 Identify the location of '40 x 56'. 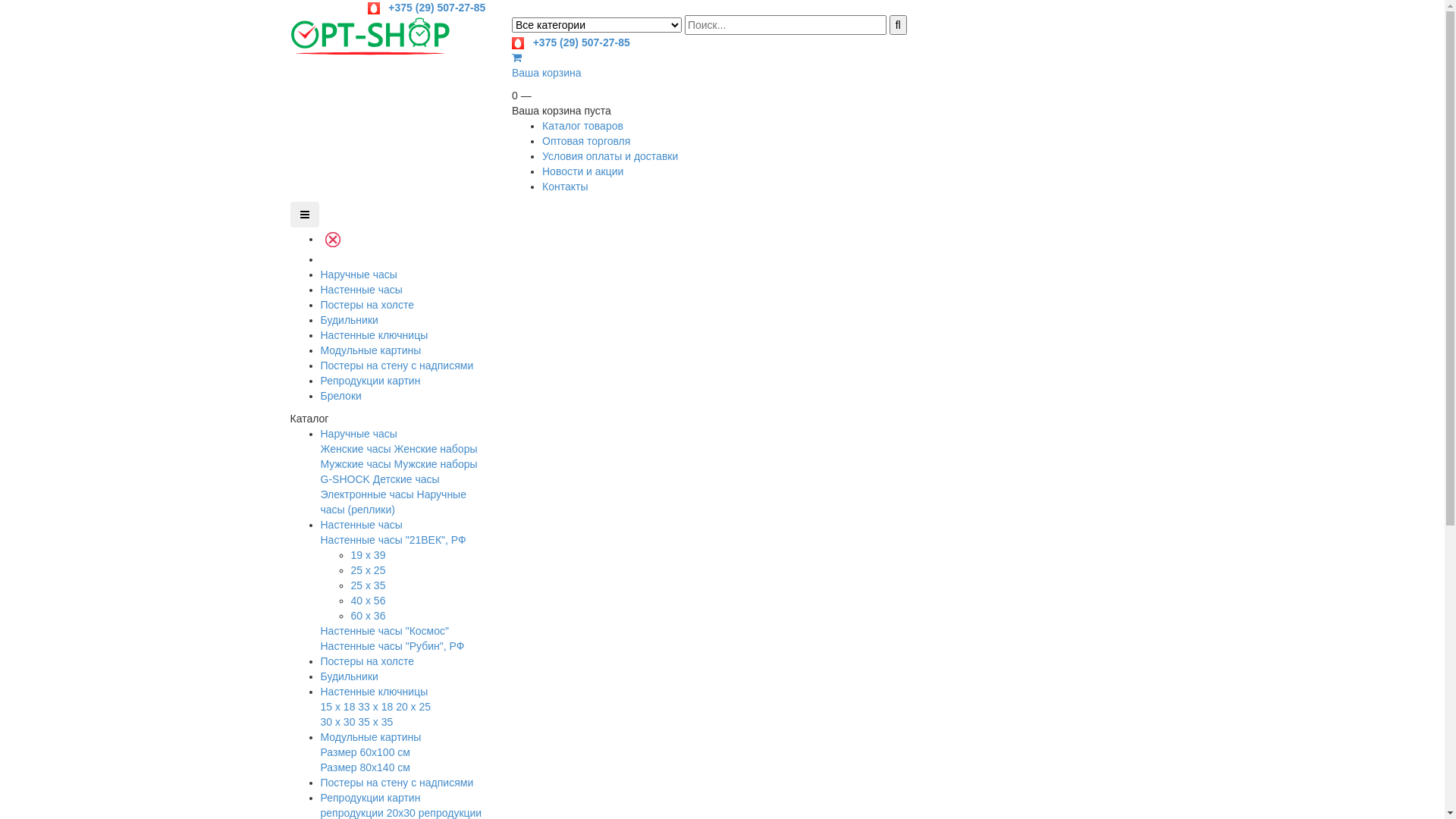
(367, 599).